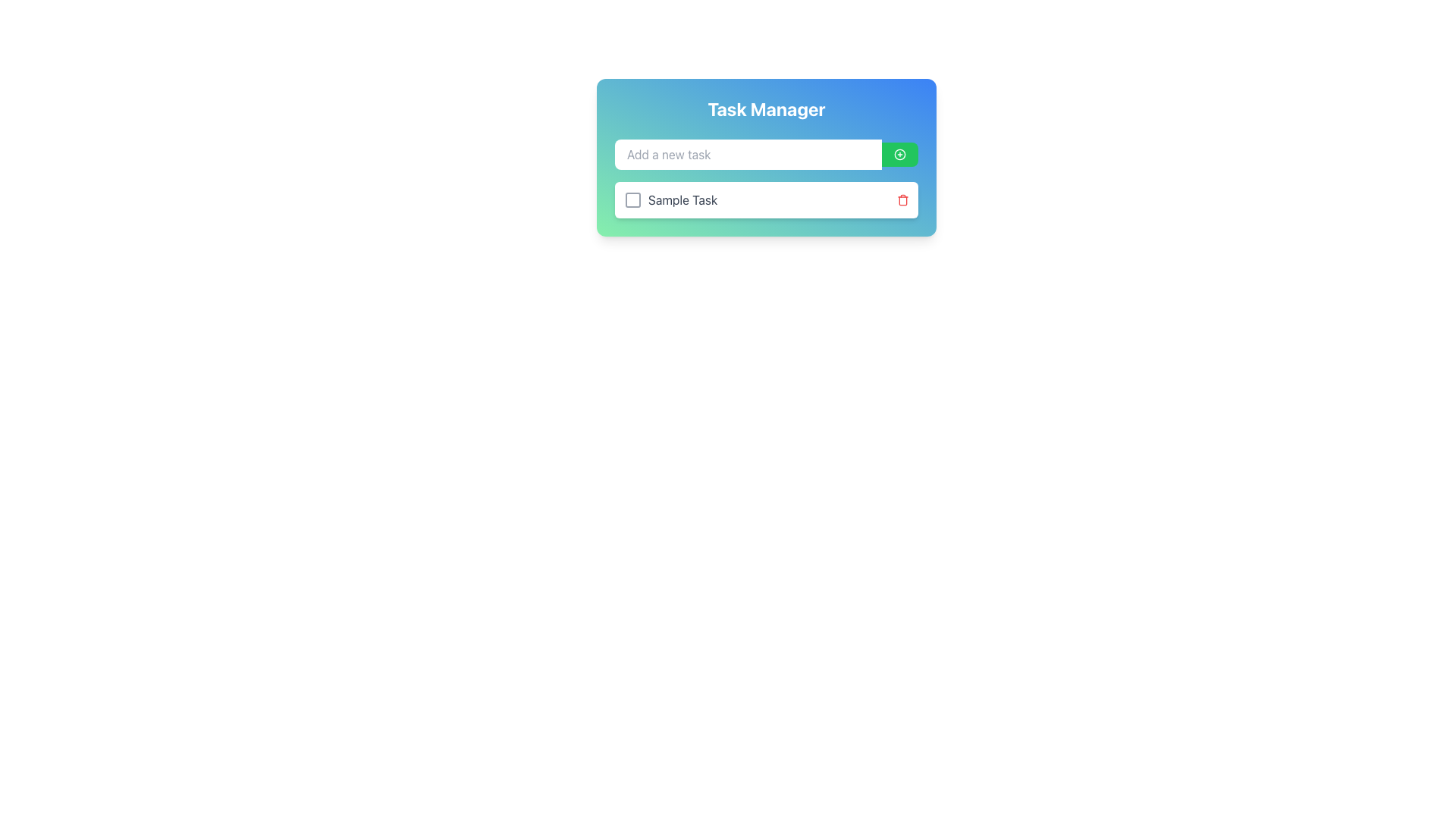  What do you see at coordinates (682, 199) in the screenshot?
I see `the static text element that describes the task, which is located to the right of the checkbox and before the delete icon in the lower section of the task manager interface` at bounding box center [682, 199].